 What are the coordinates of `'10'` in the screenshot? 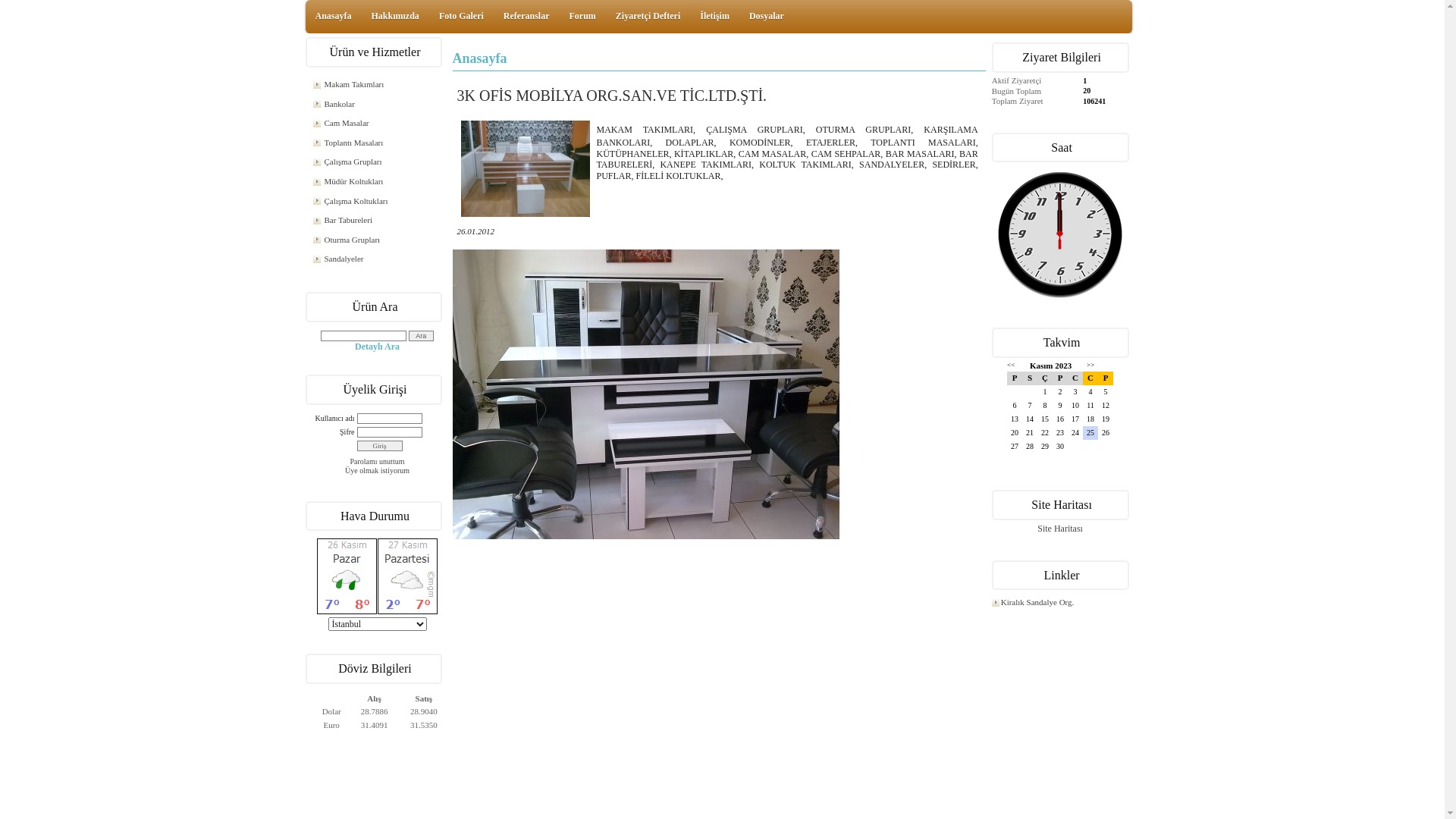 It's located at (1074, 405).